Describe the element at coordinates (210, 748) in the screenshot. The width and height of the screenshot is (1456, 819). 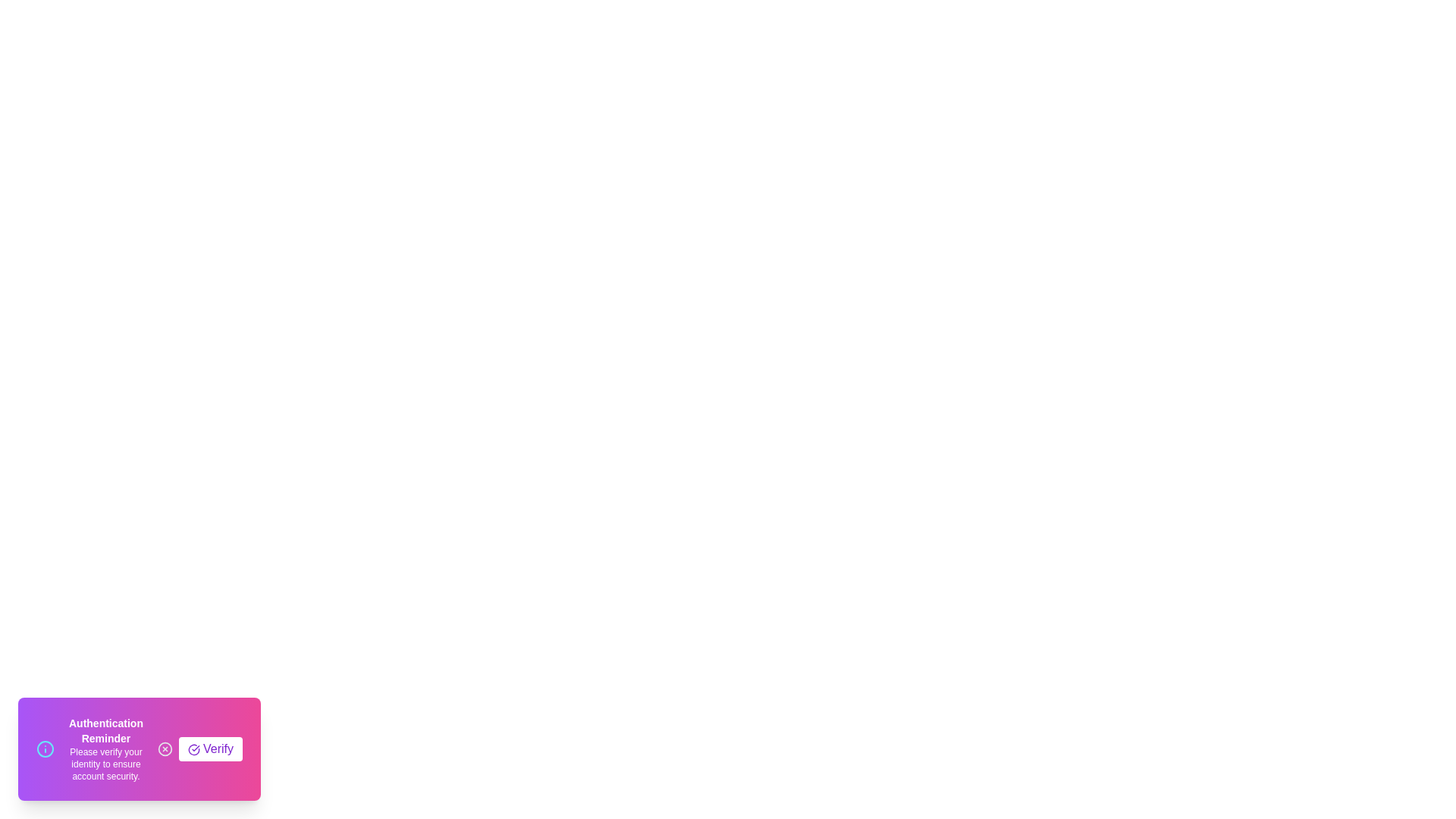
I see `'Verify' button to trigger the verification process` at that location.